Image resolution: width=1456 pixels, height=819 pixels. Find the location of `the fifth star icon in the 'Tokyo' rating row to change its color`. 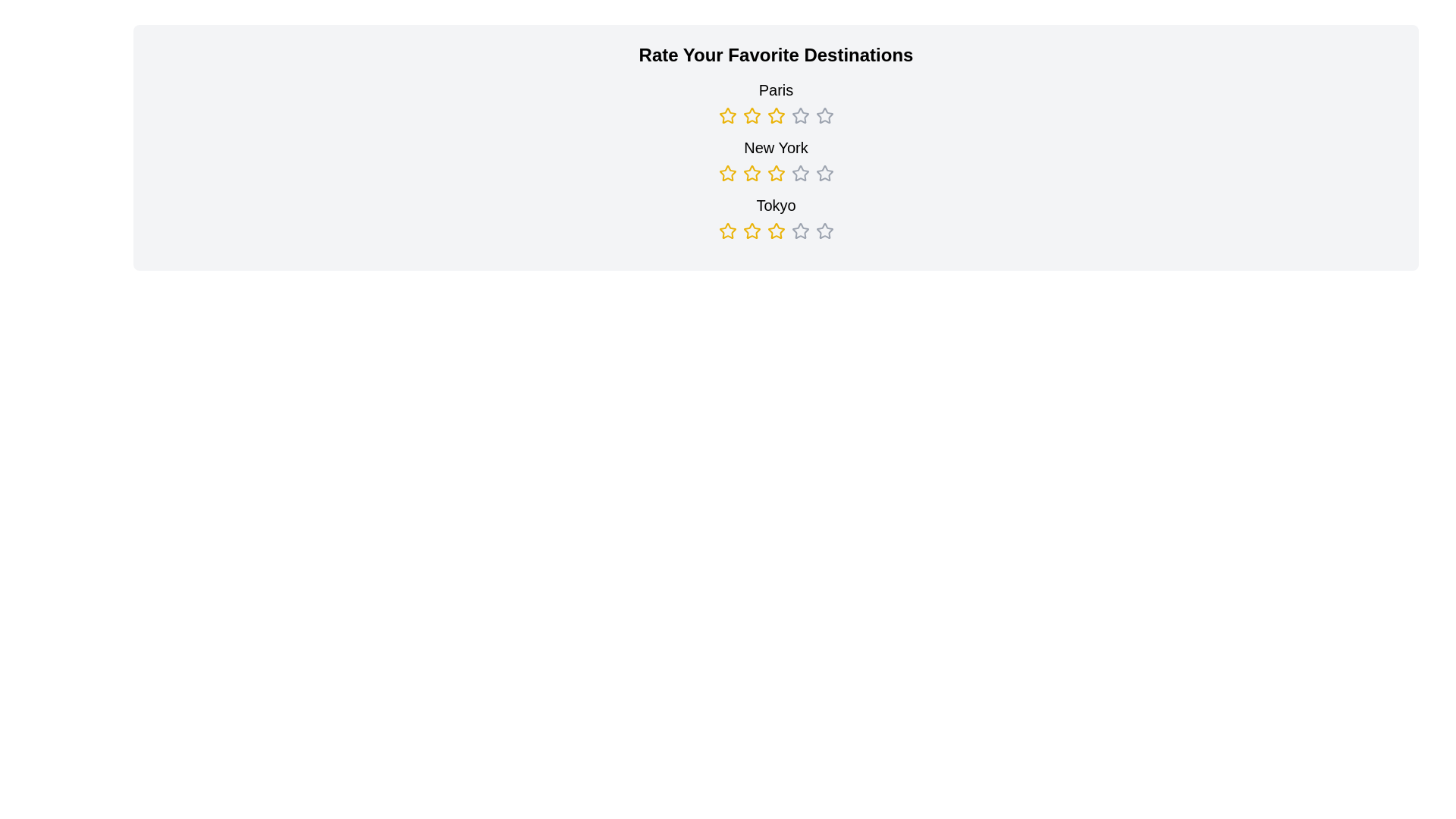

the fifth star icon in the 'Tokyo' rating row to change its color is located at coordinates (824, 231).